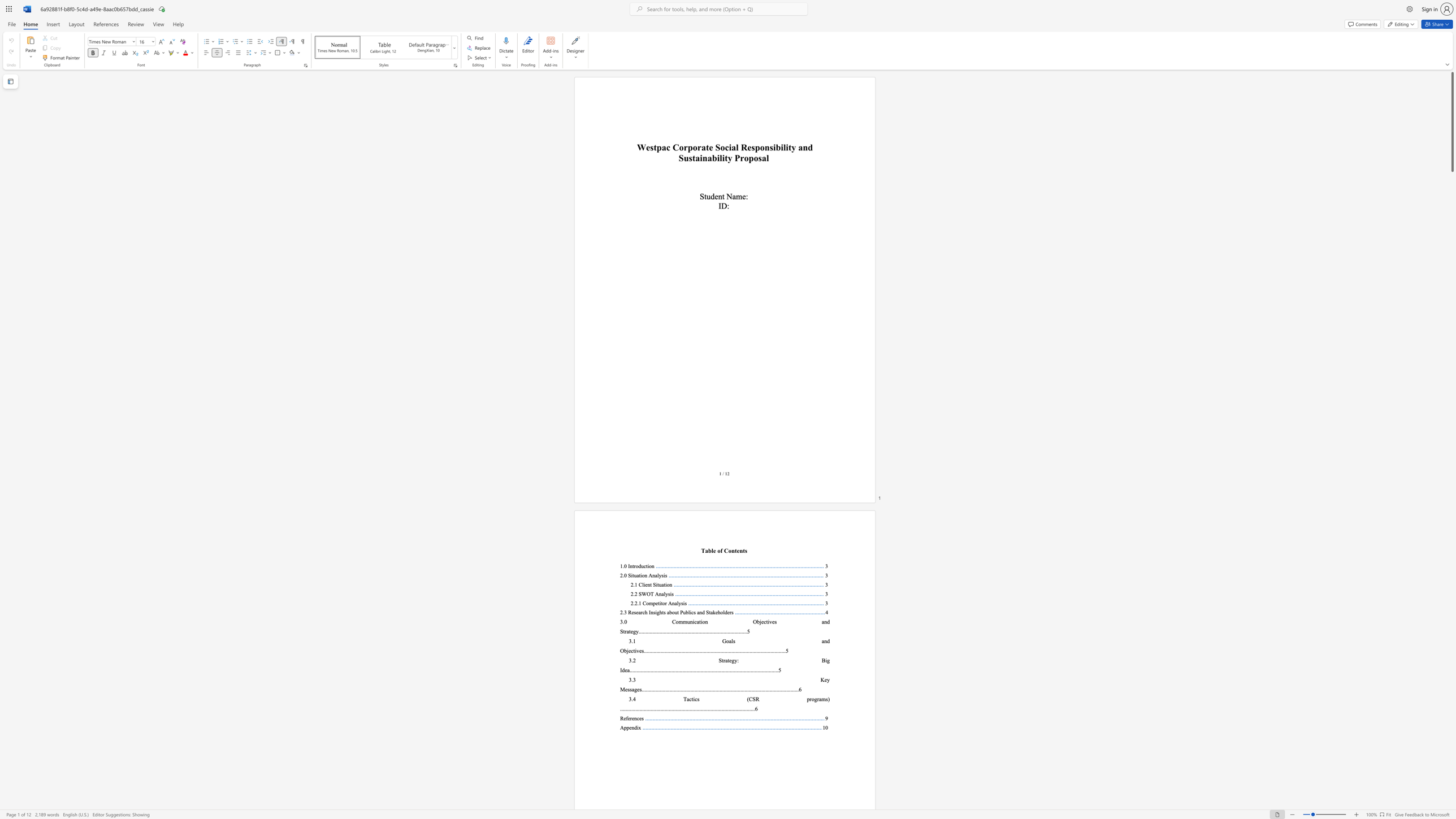 The width and height of the screenshot is (1456, 819). Describe the element at coordinates (638, 603) in the screenshot. I see `the subset text "1 Competitor A" within the text "2.2.1 Competitor Analysis"` at that location.